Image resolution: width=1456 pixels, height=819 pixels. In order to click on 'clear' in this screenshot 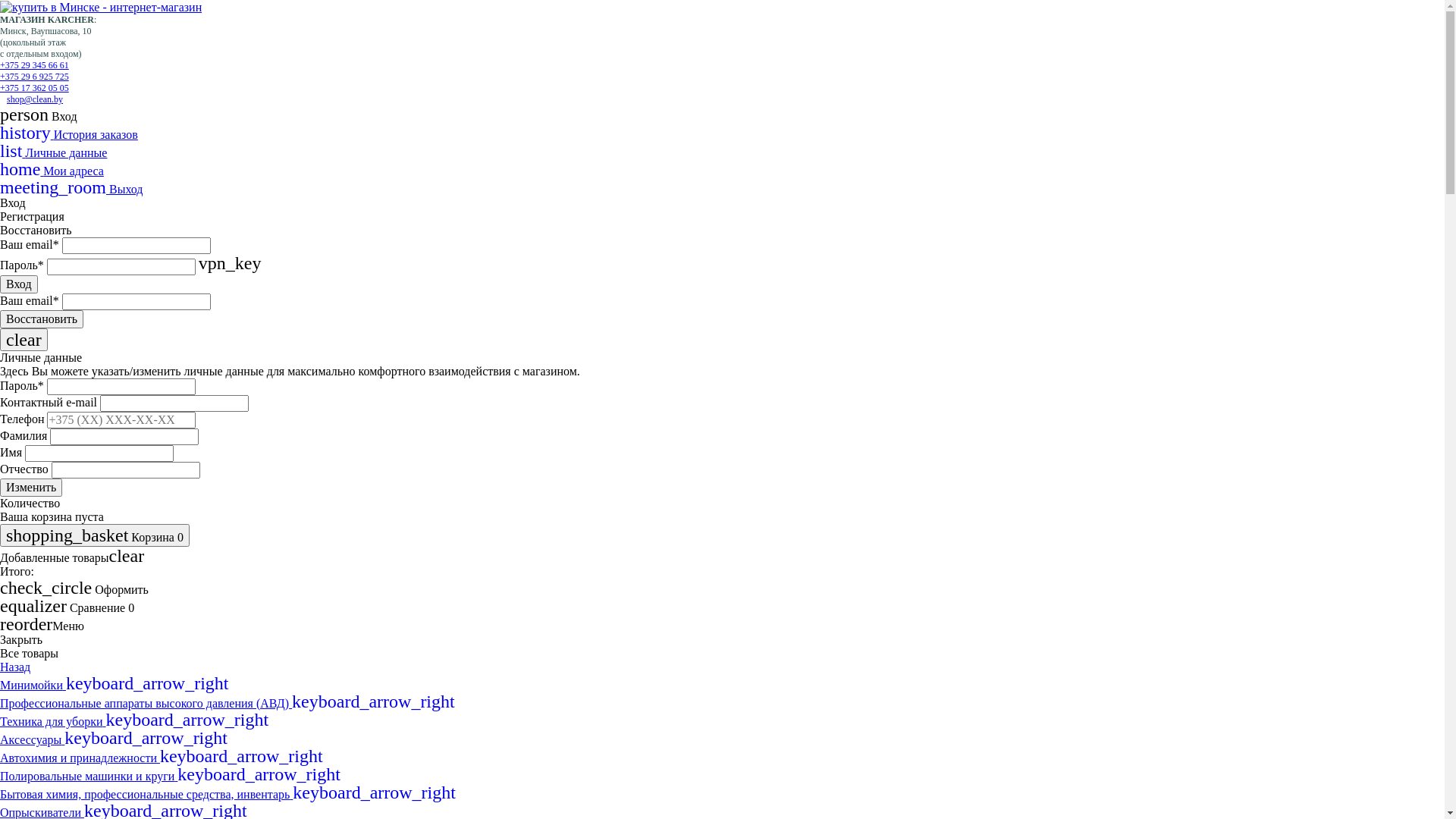, I will do `click(24, 338)`.